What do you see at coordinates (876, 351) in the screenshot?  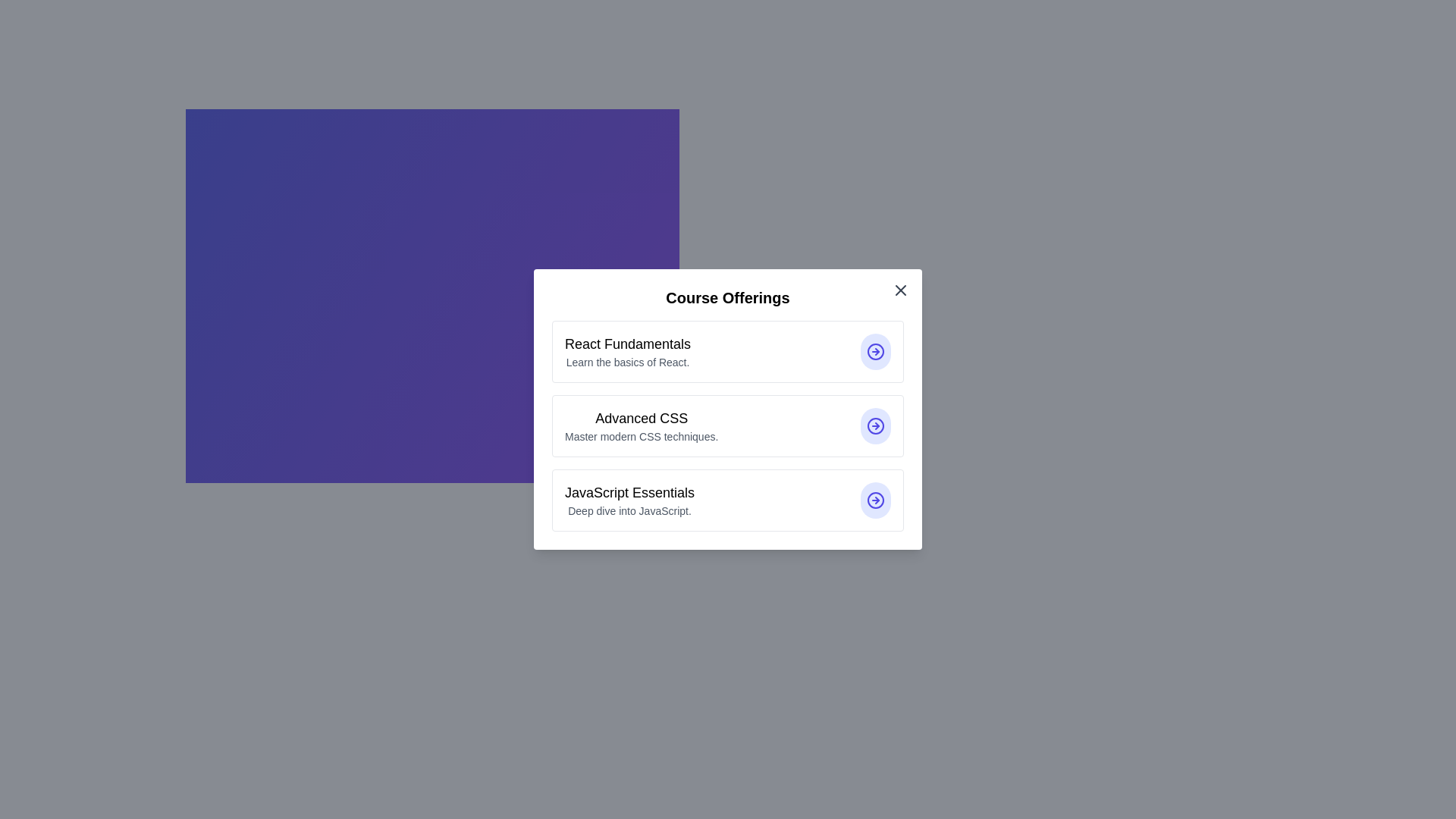 I see `the circular icon button with a right-pointing arrow, styled with a blue border and white interior, located in the 'Course Offerings' modal next to 'React Fundamentals'` at bounding box center [876, 351].